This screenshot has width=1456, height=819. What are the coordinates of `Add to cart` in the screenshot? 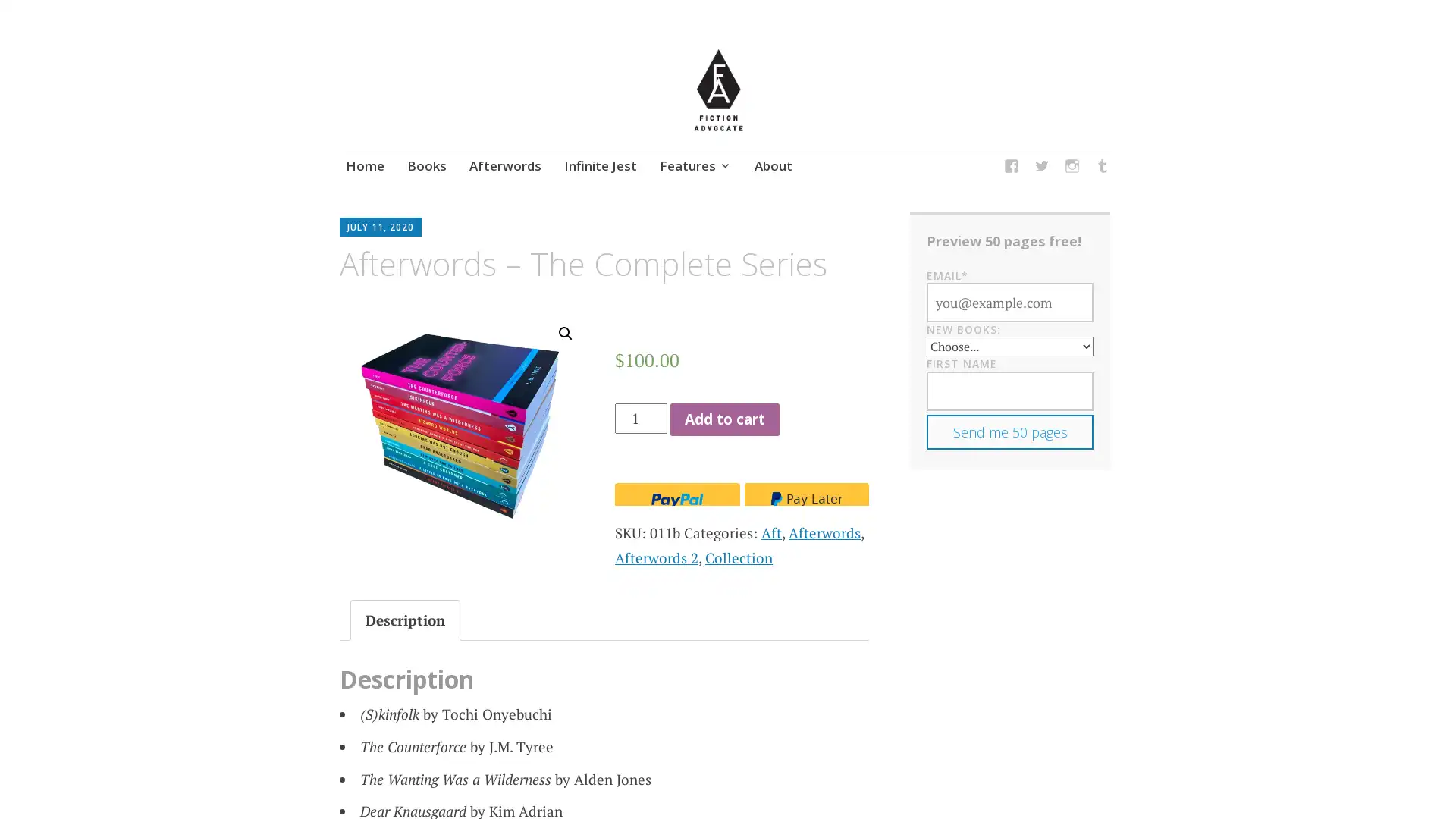 It's located at (723, 419).